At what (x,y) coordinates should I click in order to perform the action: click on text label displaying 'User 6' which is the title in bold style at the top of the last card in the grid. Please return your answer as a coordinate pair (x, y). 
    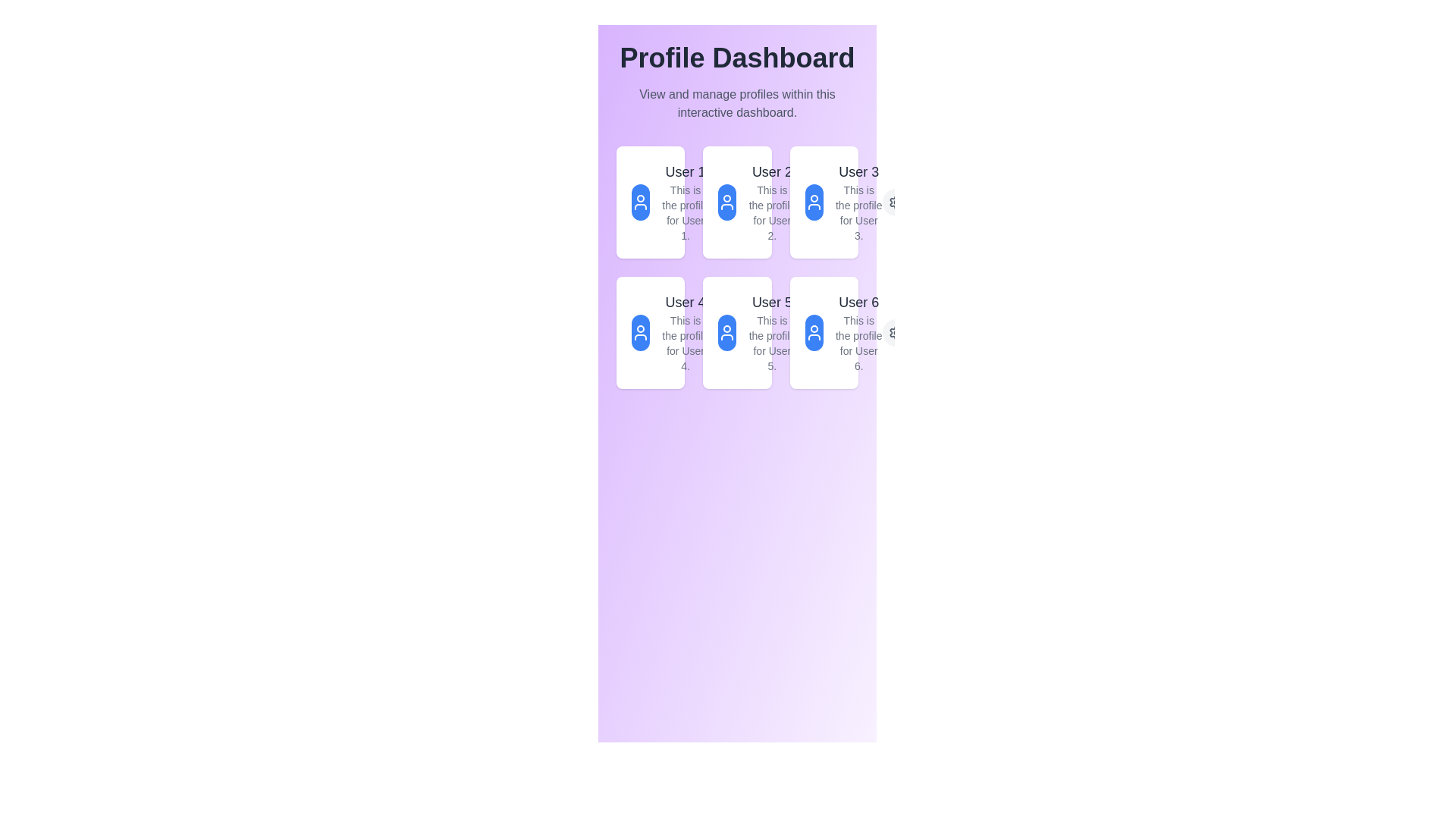
    Looking at the image, I should click on (858, 302).